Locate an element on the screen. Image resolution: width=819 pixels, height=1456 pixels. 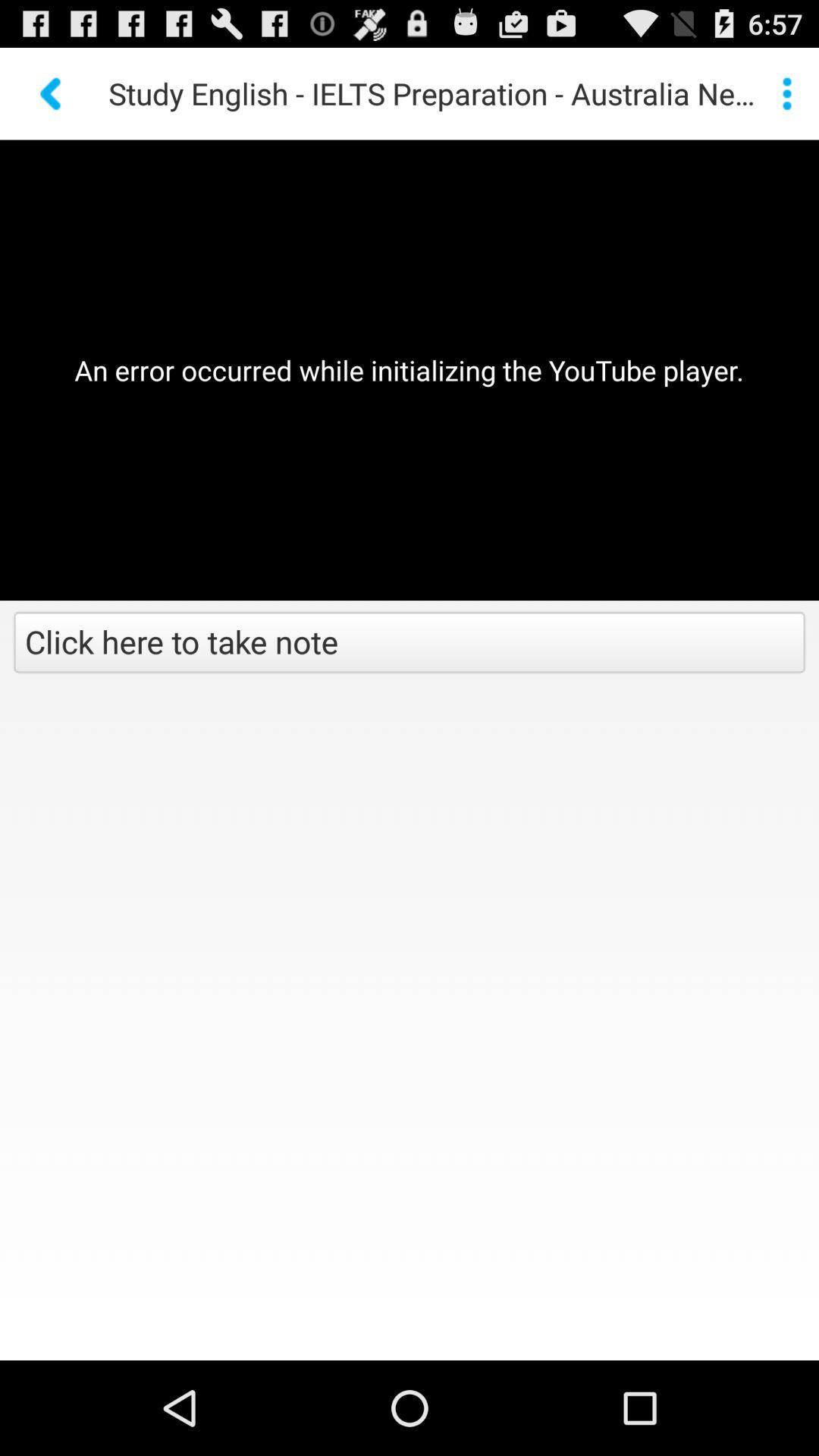
icon at the top left corner is located at coordinates (52, 93).